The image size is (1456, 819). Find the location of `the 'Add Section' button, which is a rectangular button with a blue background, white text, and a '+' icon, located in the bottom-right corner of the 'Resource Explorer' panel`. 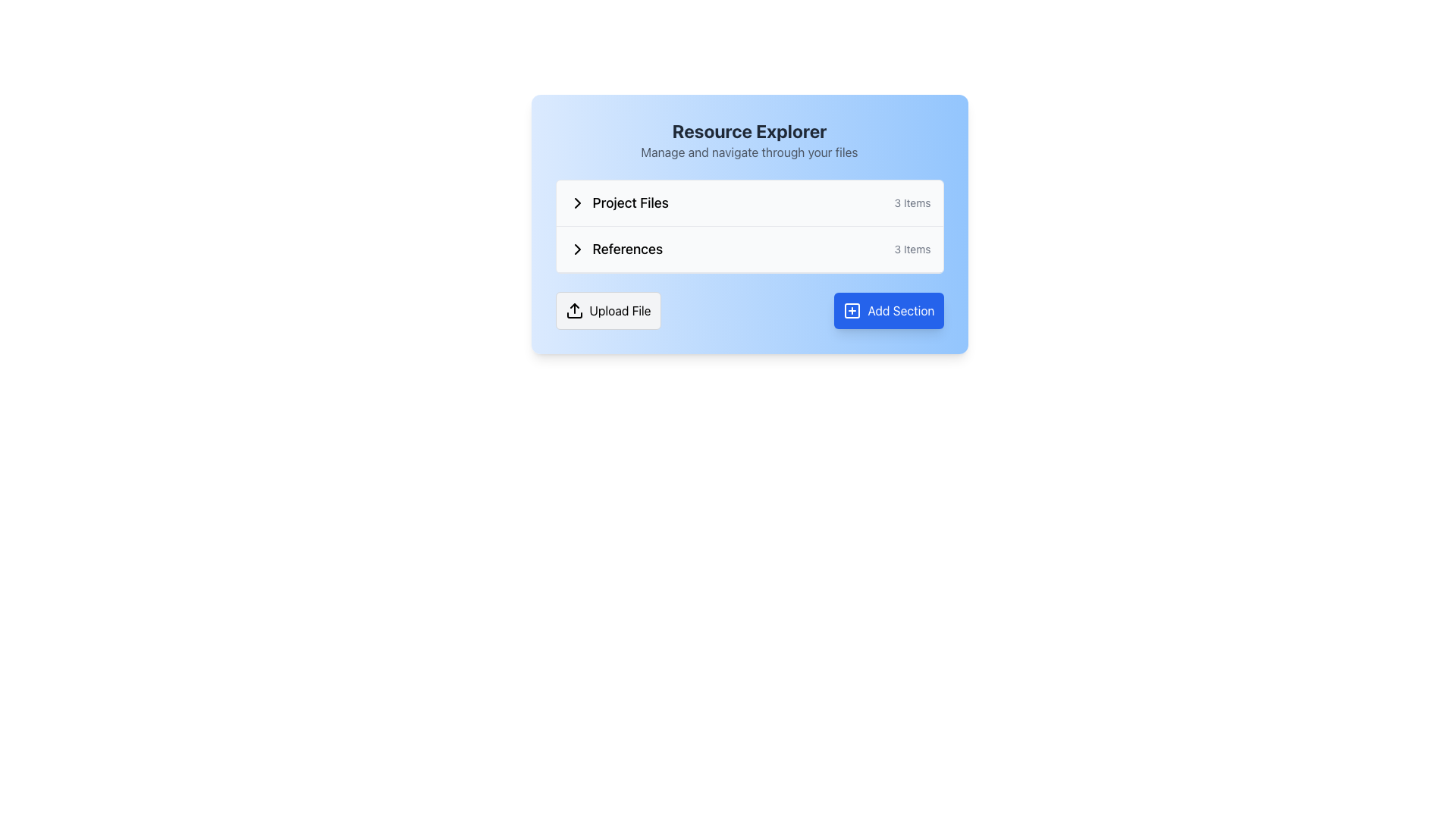

the 'Add Section' button, which is a rectangular button with a blue background, white text, and a '+' icon, located in the bottom-right corner of the 'Resource Explorer' panel is located at coordinates (889, 309).